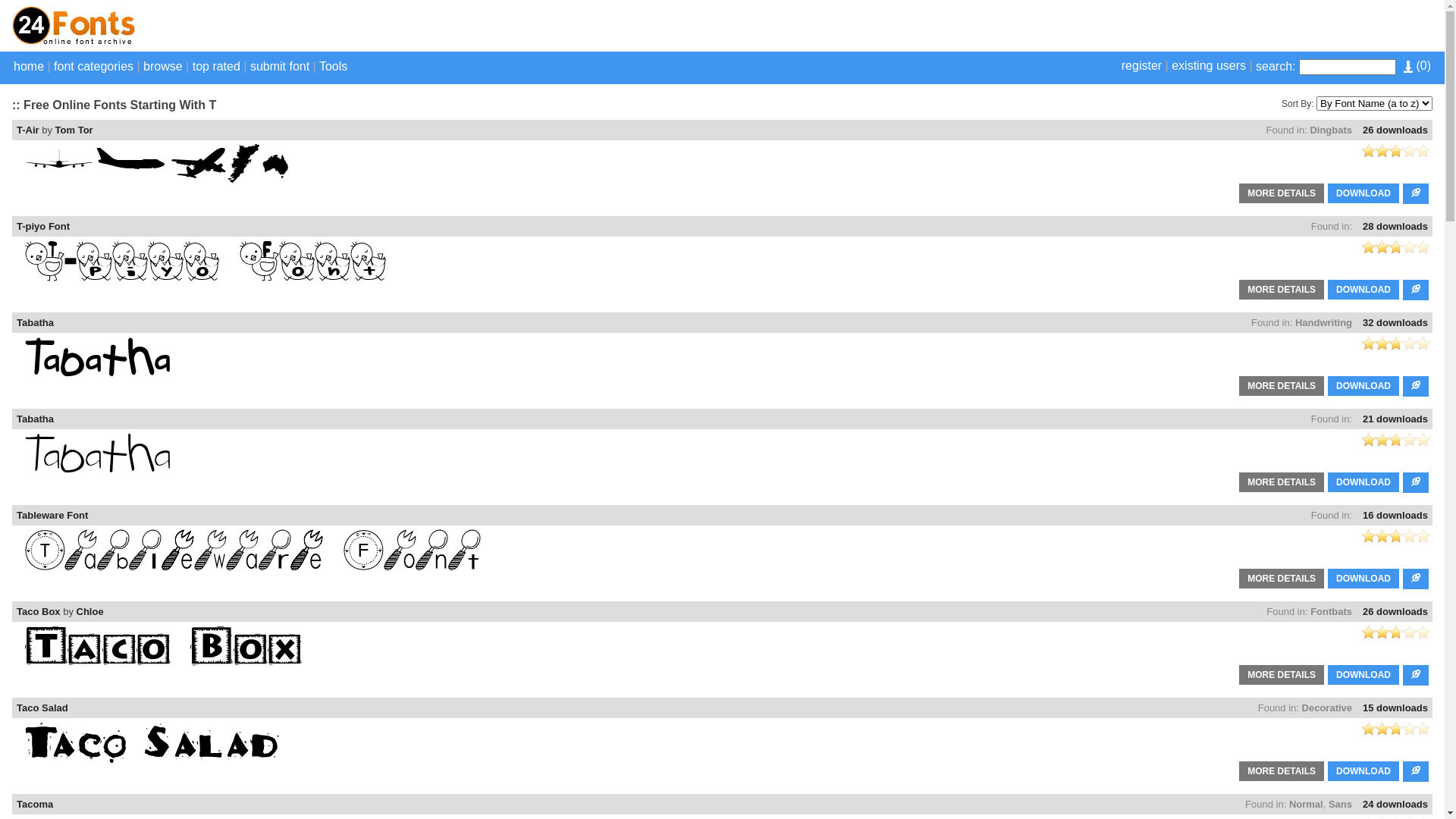 This screenshot has width=1456, height=819. Describe the element at coordinates (1280, 192) in the screenshot. I see `'MORE DETAILS'` at that location.